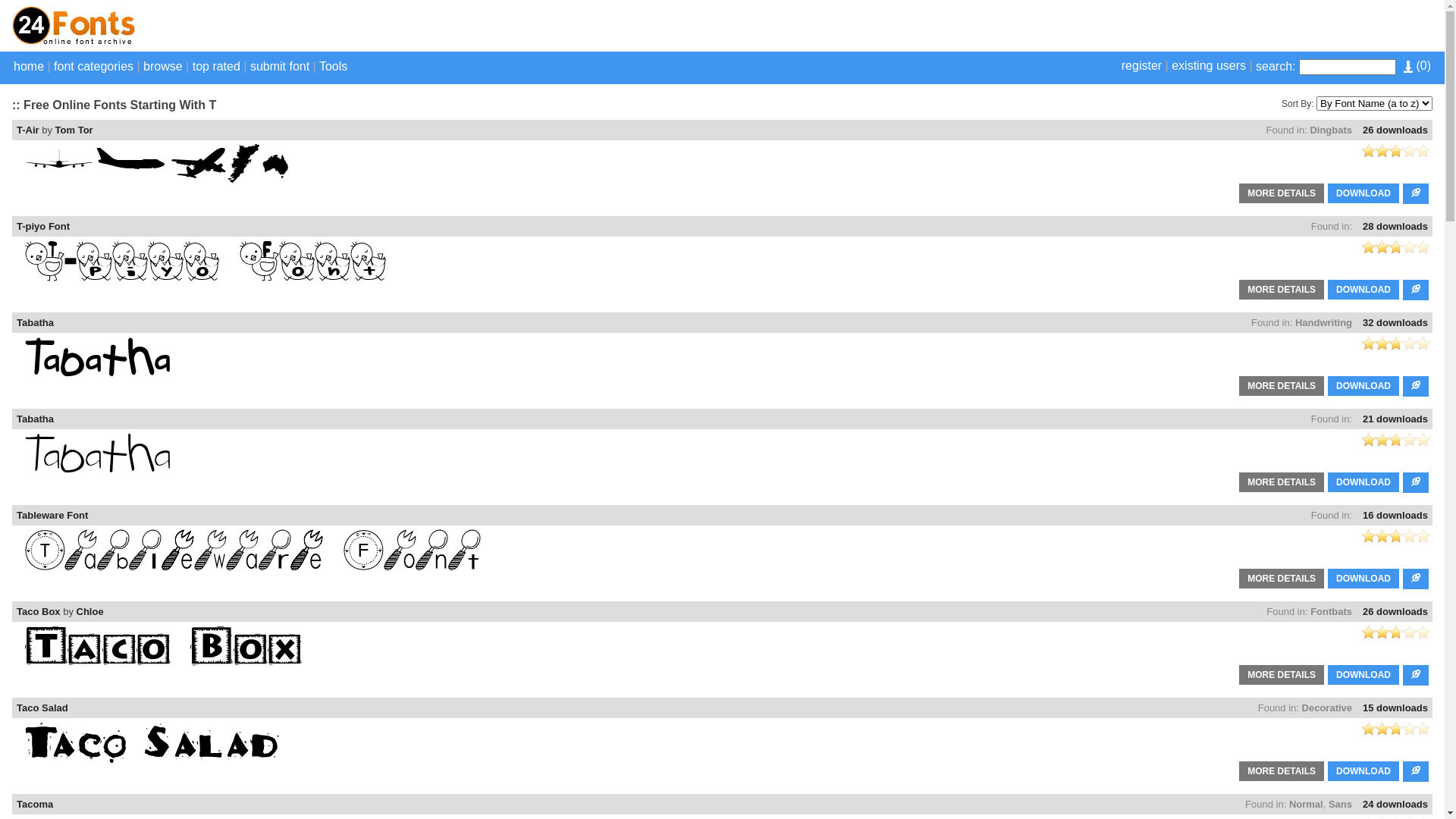 This screenshot has width=1456, height=819. Describe the element at coordinates (1280, 192) in the screenshot. I see `'MORE DETAILS'` at that location.